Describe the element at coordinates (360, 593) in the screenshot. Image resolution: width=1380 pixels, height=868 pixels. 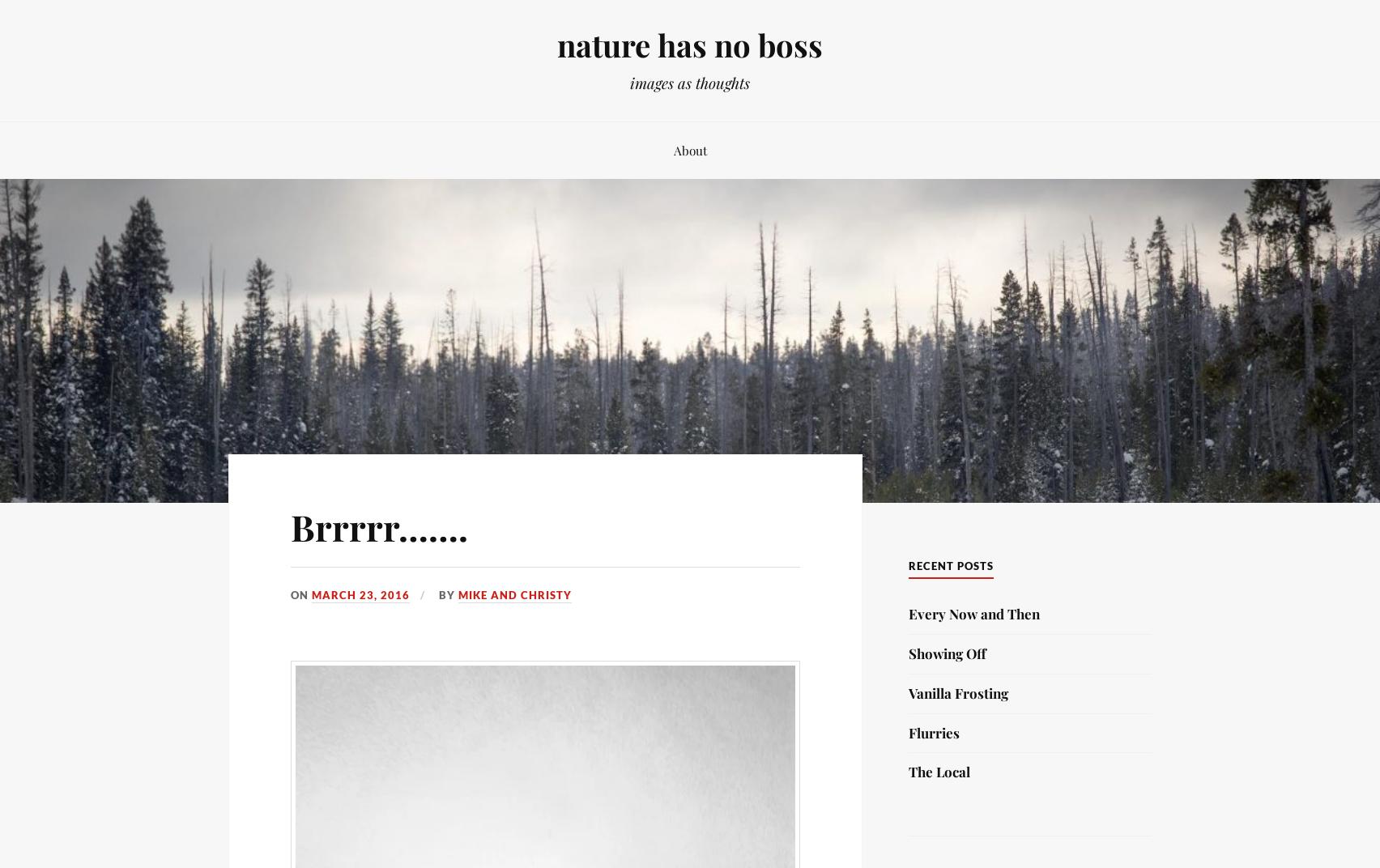
I see `'March 23, 2016'` at that location.